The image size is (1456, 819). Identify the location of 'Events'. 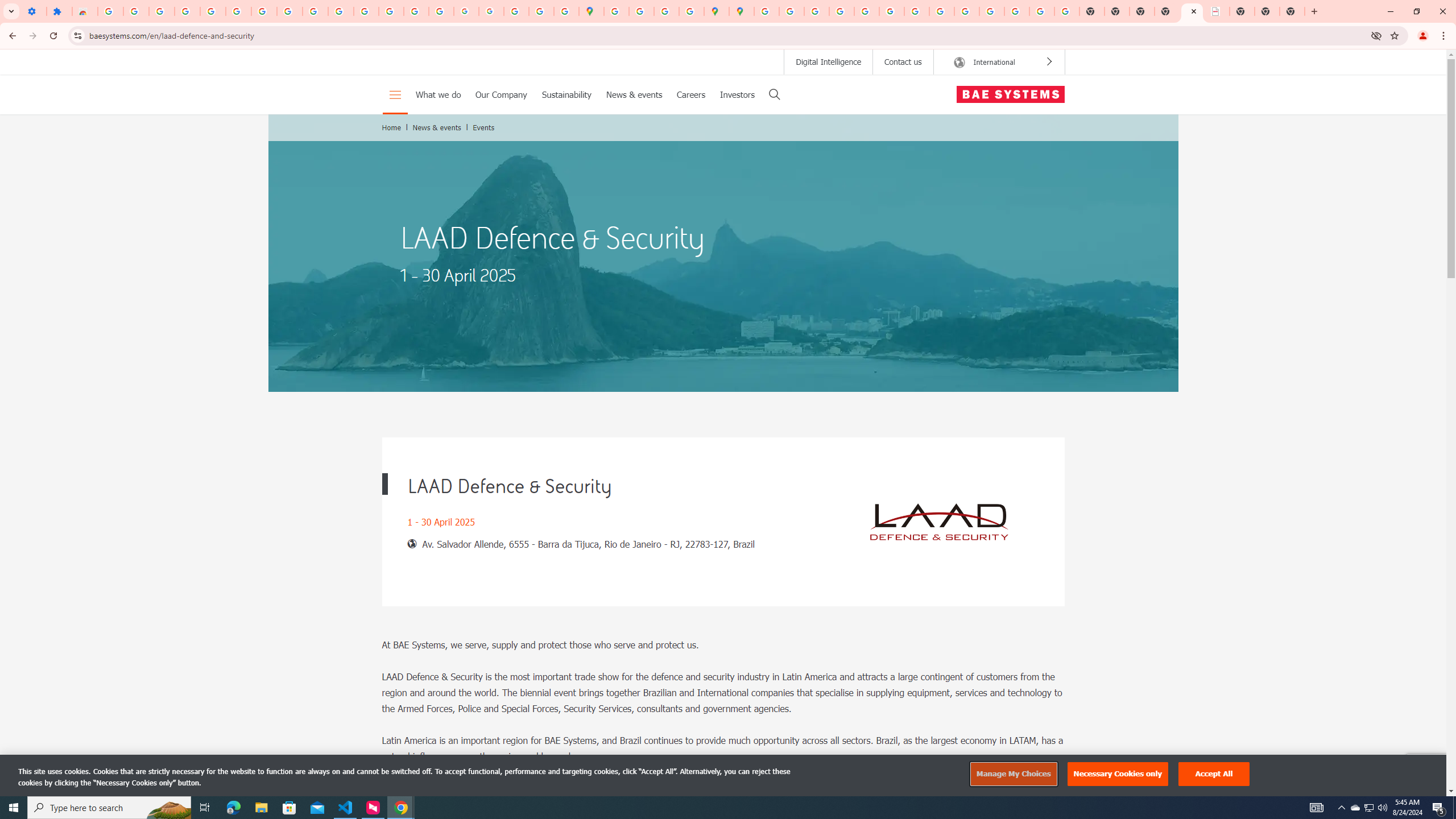
(484, 126).